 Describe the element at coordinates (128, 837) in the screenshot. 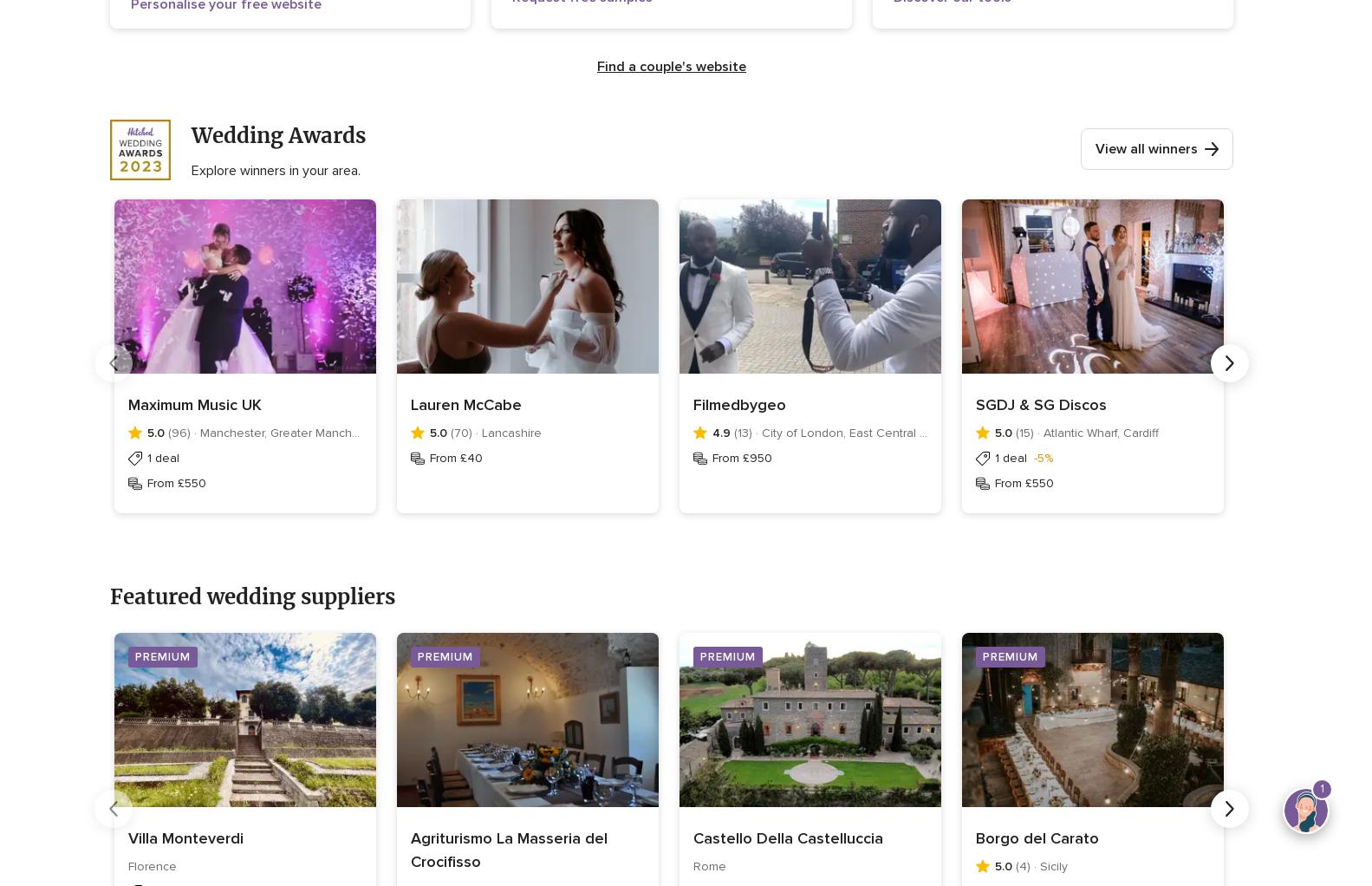

I see `'Villa Monteverdi'` at that location.